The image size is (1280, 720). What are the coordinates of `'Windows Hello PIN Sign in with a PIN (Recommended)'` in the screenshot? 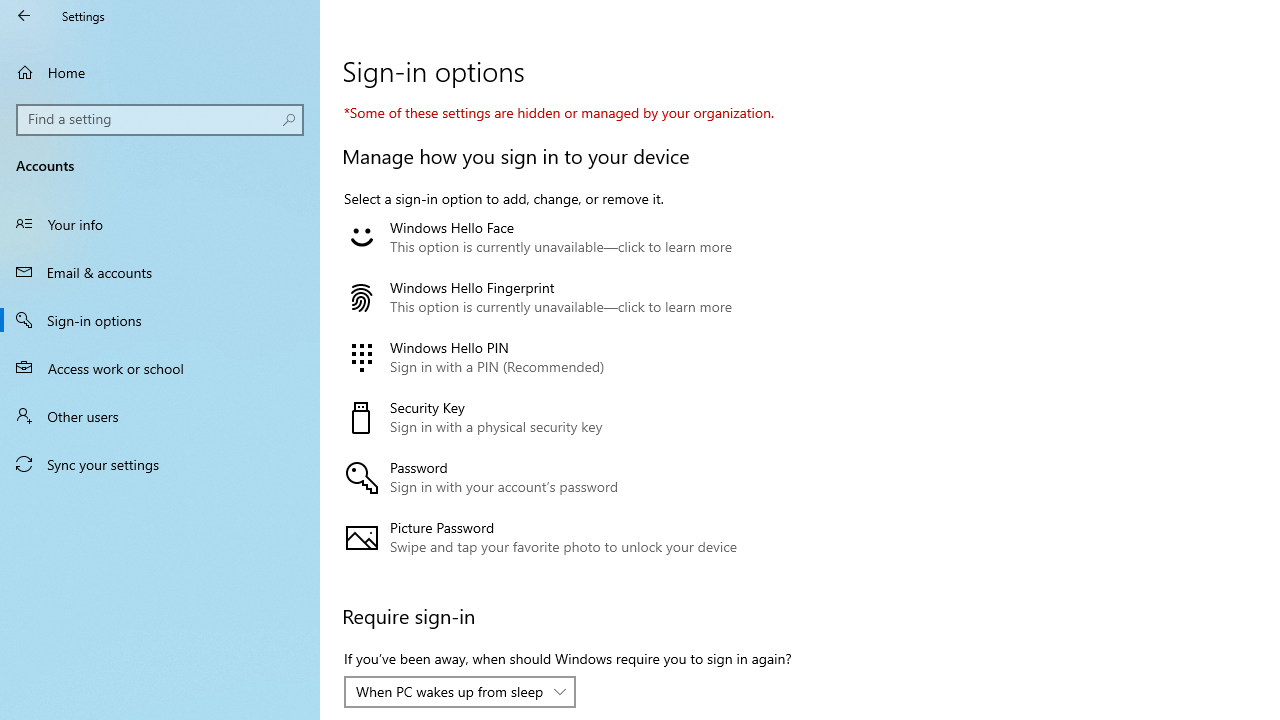 It's located at (562, 357).